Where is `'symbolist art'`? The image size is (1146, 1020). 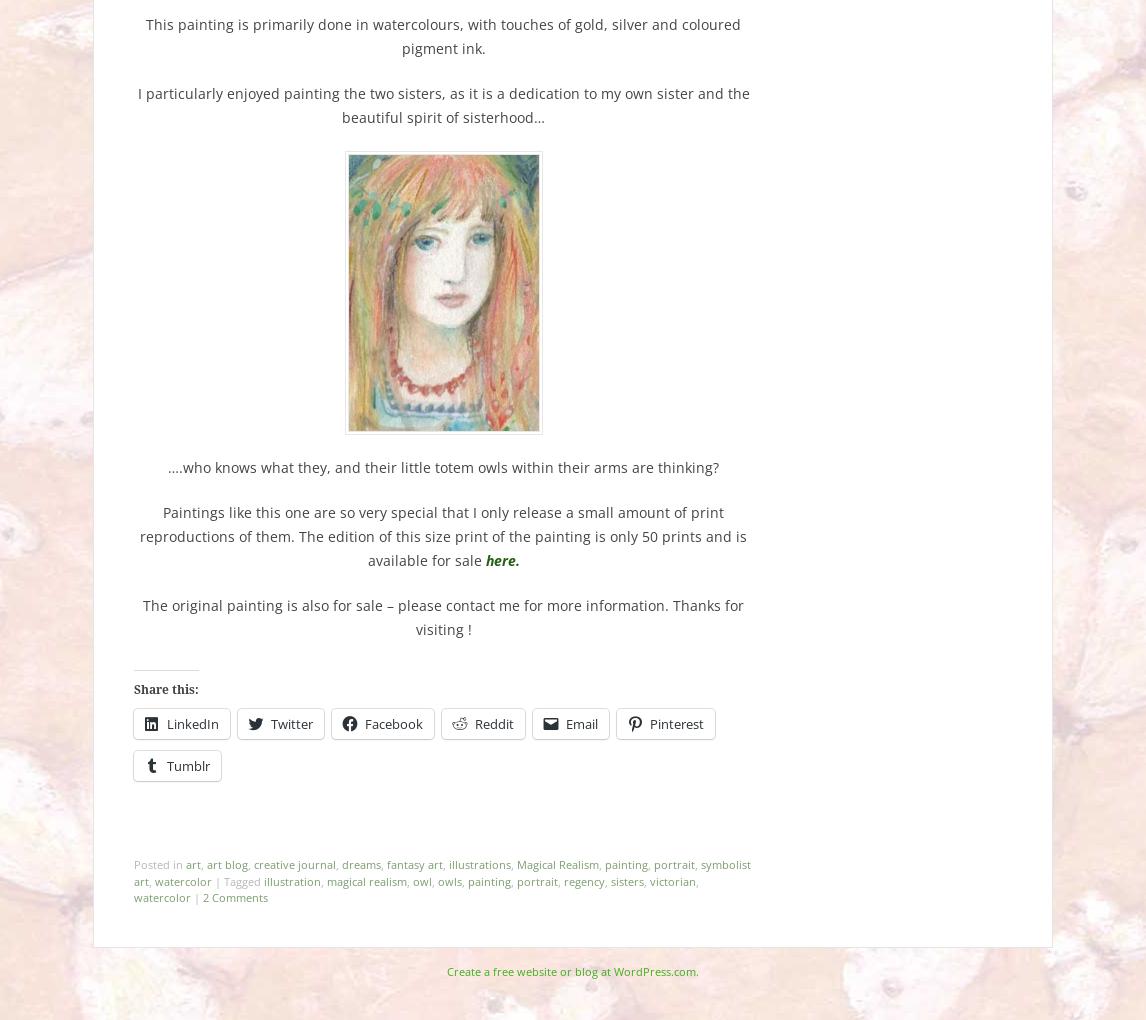
'symbolist art' is located at coordinates (441, 871).